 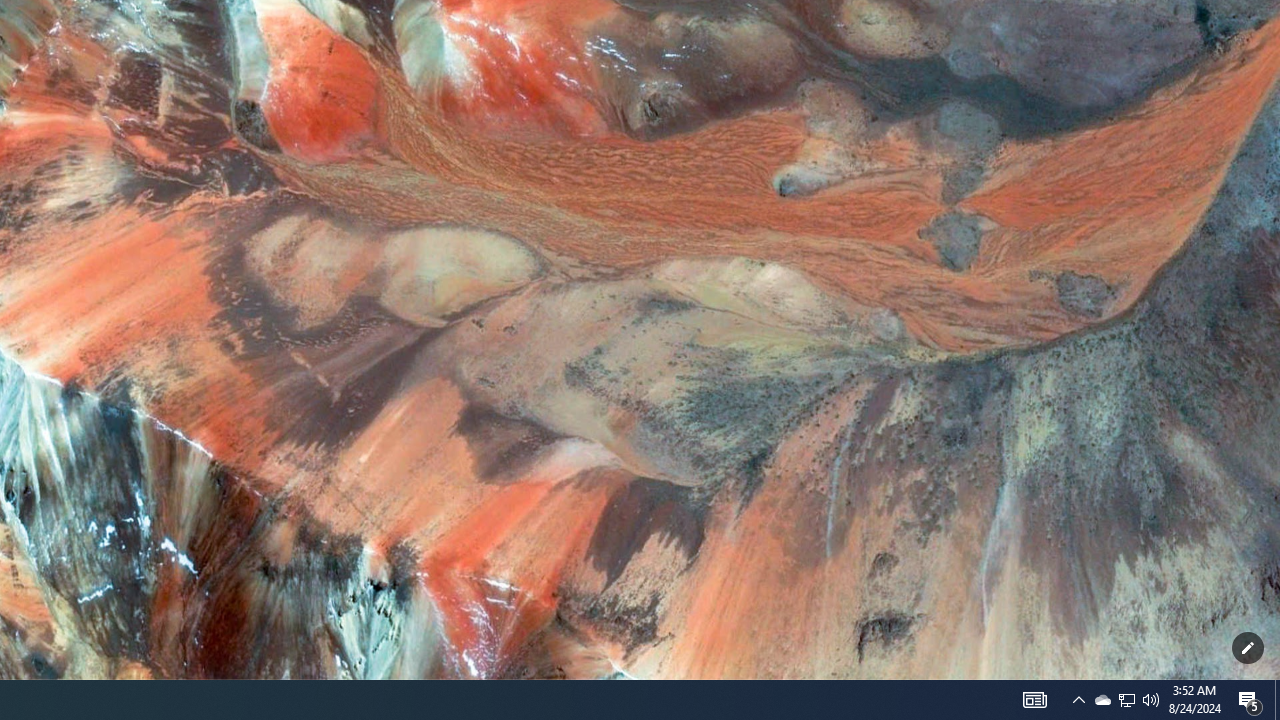 What do you see at coordinates (1078, 698) in the screenshot?
I see `'User Promoted Notification Area'` at bounding box center [1078, 698].